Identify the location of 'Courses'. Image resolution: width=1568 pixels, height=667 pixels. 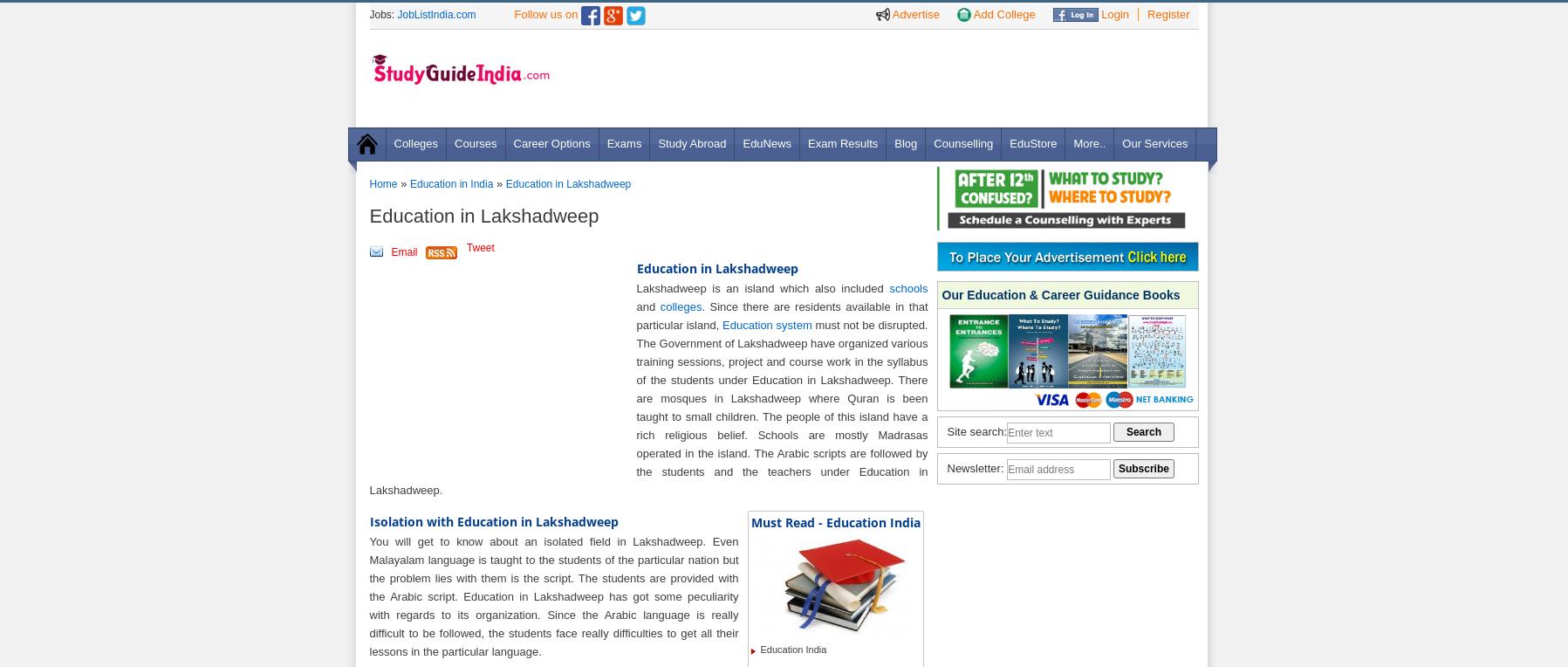
(476, 143).